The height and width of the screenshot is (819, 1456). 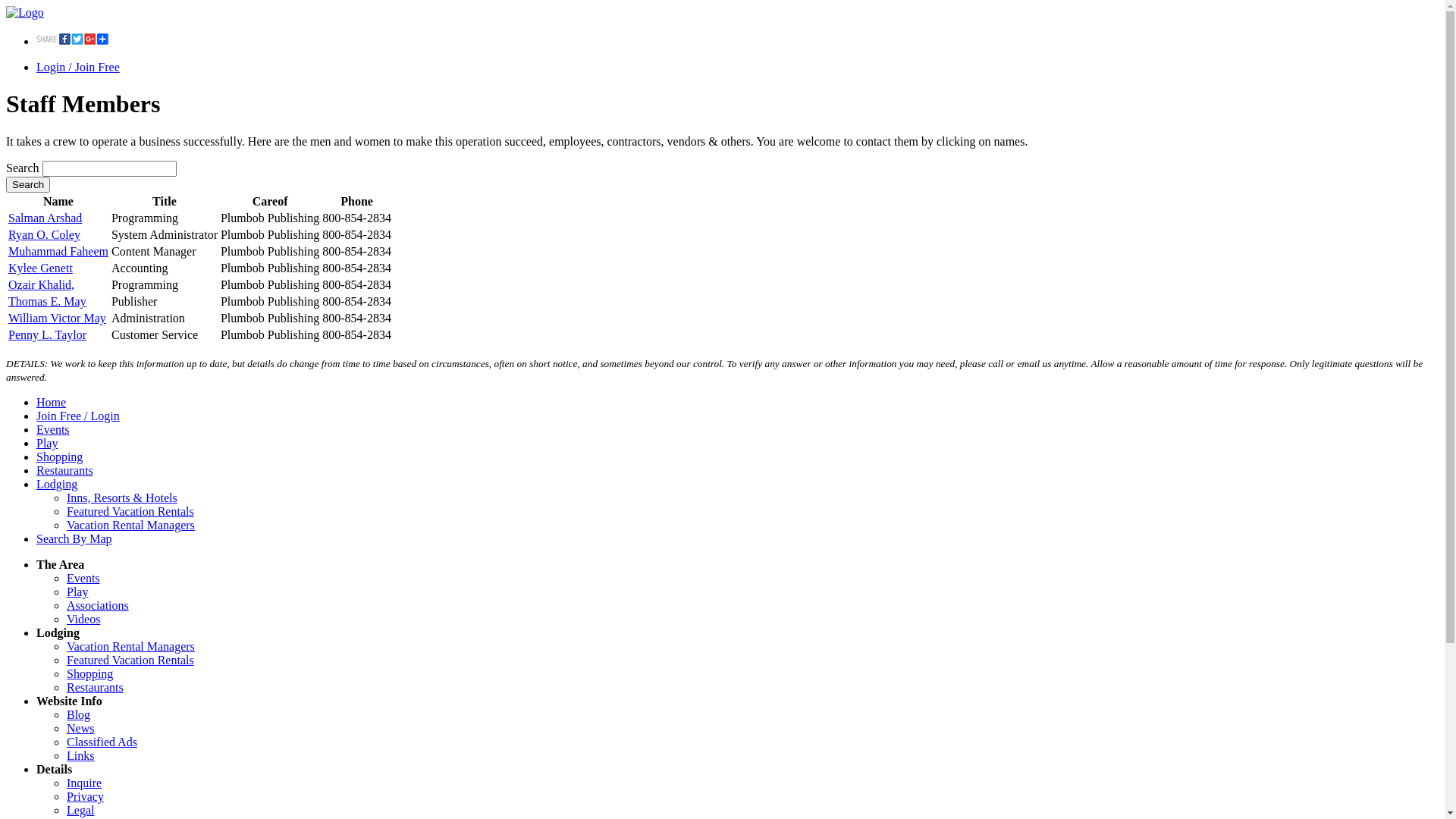 What do you see at coordinates (89, 673) in the screenshot?
I see `'Shopping'` at bounding box center [89, 673].